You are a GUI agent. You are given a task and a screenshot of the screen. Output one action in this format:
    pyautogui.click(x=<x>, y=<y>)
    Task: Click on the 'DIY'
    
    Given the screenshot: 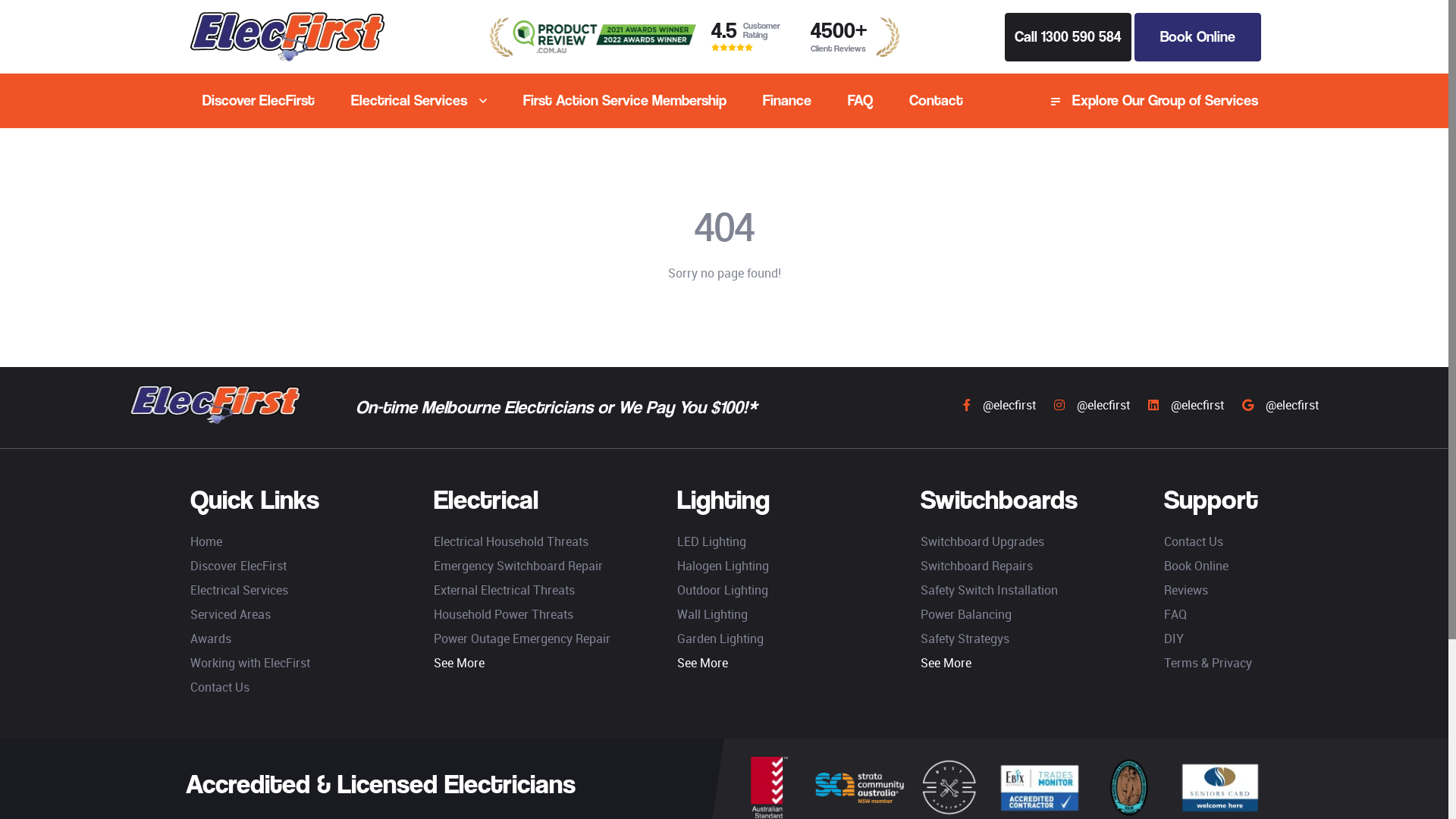 What is the action you would take?
    pyautogui.click(x=1172, y=638)
    